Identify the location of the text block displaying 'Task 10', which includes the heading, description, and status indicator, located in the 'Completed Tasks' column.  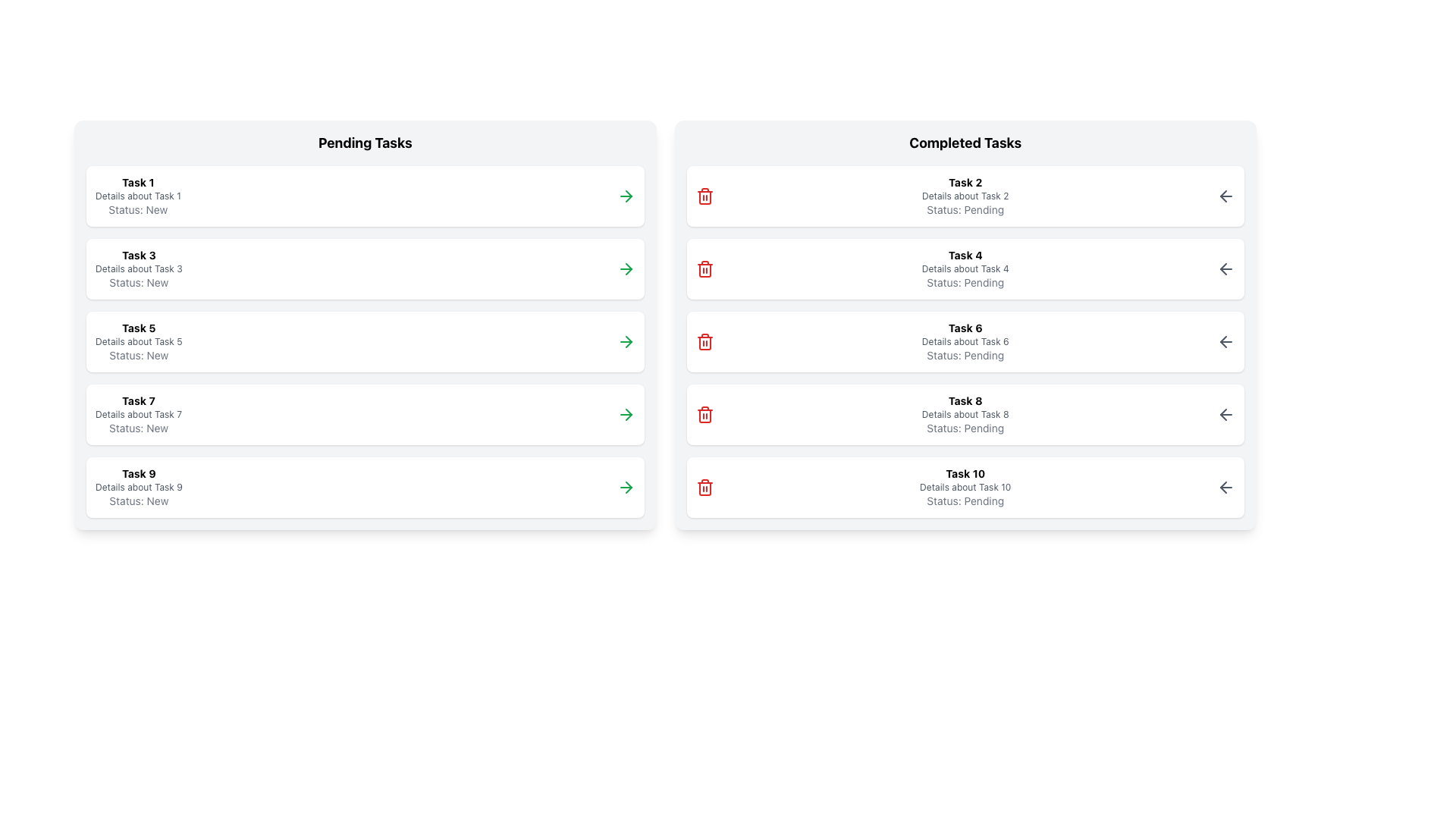
(965, 488).